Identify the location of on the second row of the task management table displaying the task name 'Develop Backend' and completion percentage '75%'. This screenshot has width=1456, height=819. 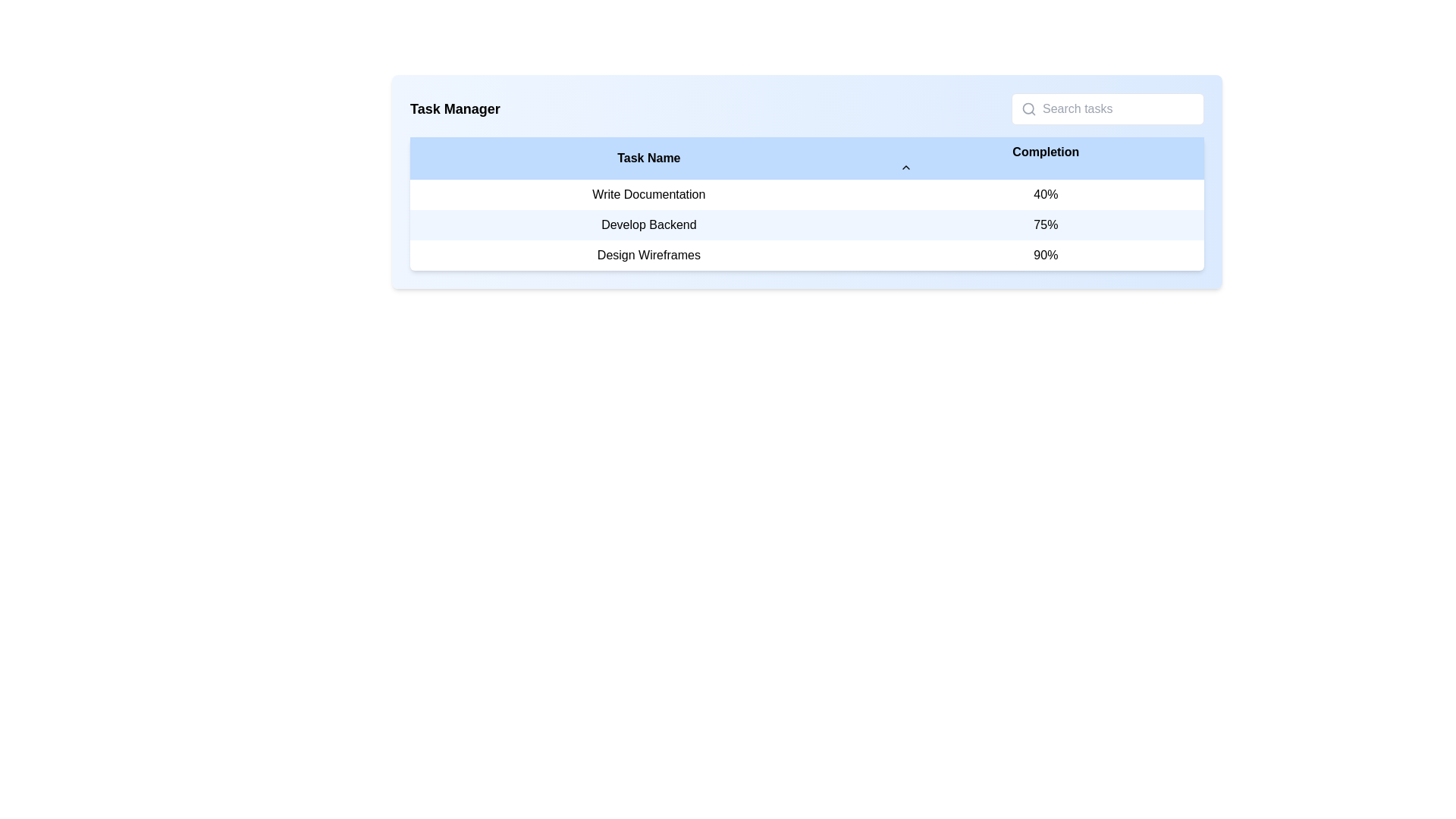
(806, 225).